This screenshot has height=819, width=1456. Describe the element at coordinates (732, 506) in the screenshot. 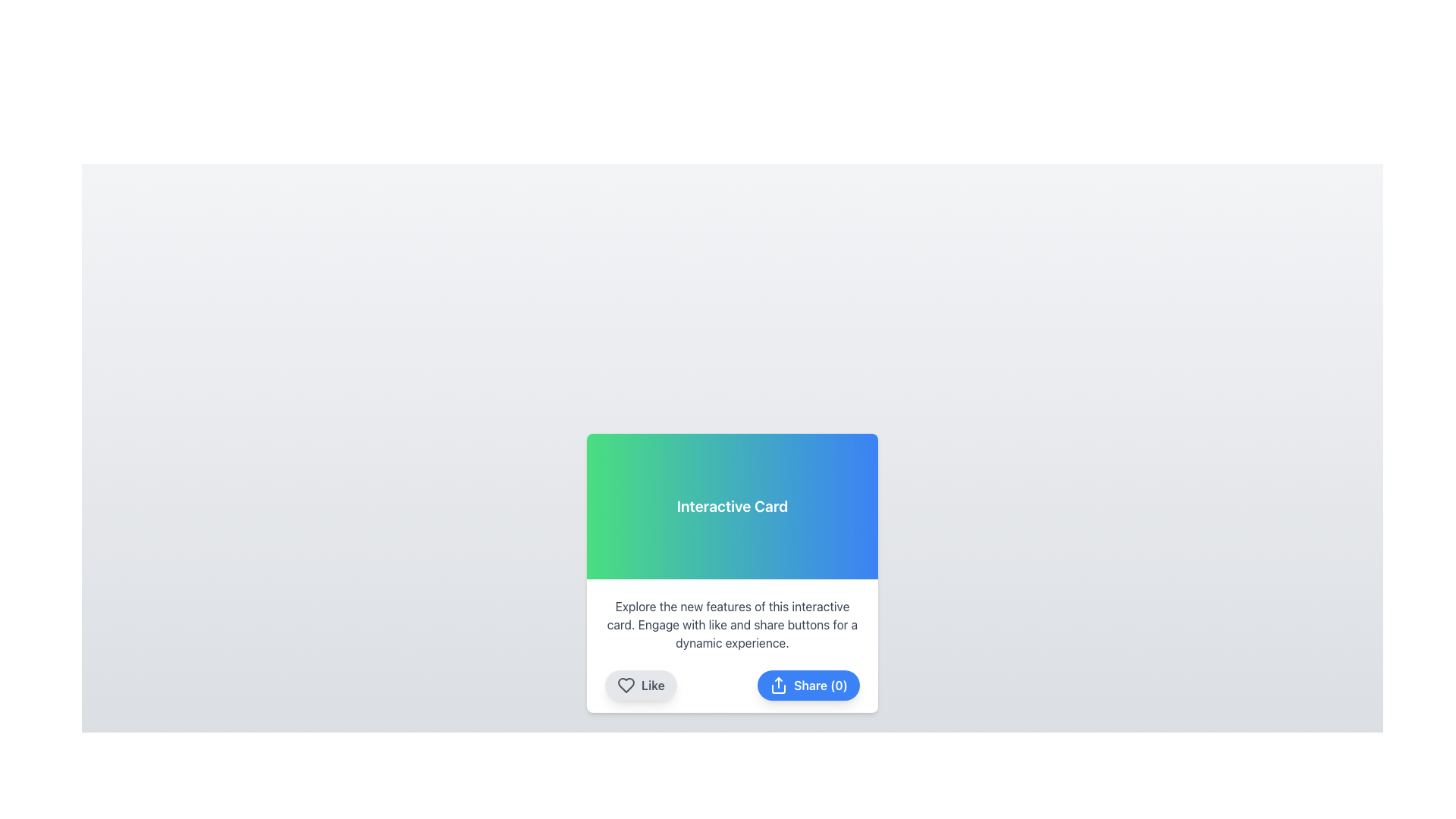

I see `the Decorative Banner at the top of the card element, which serves as a visual header for the card` at that location.